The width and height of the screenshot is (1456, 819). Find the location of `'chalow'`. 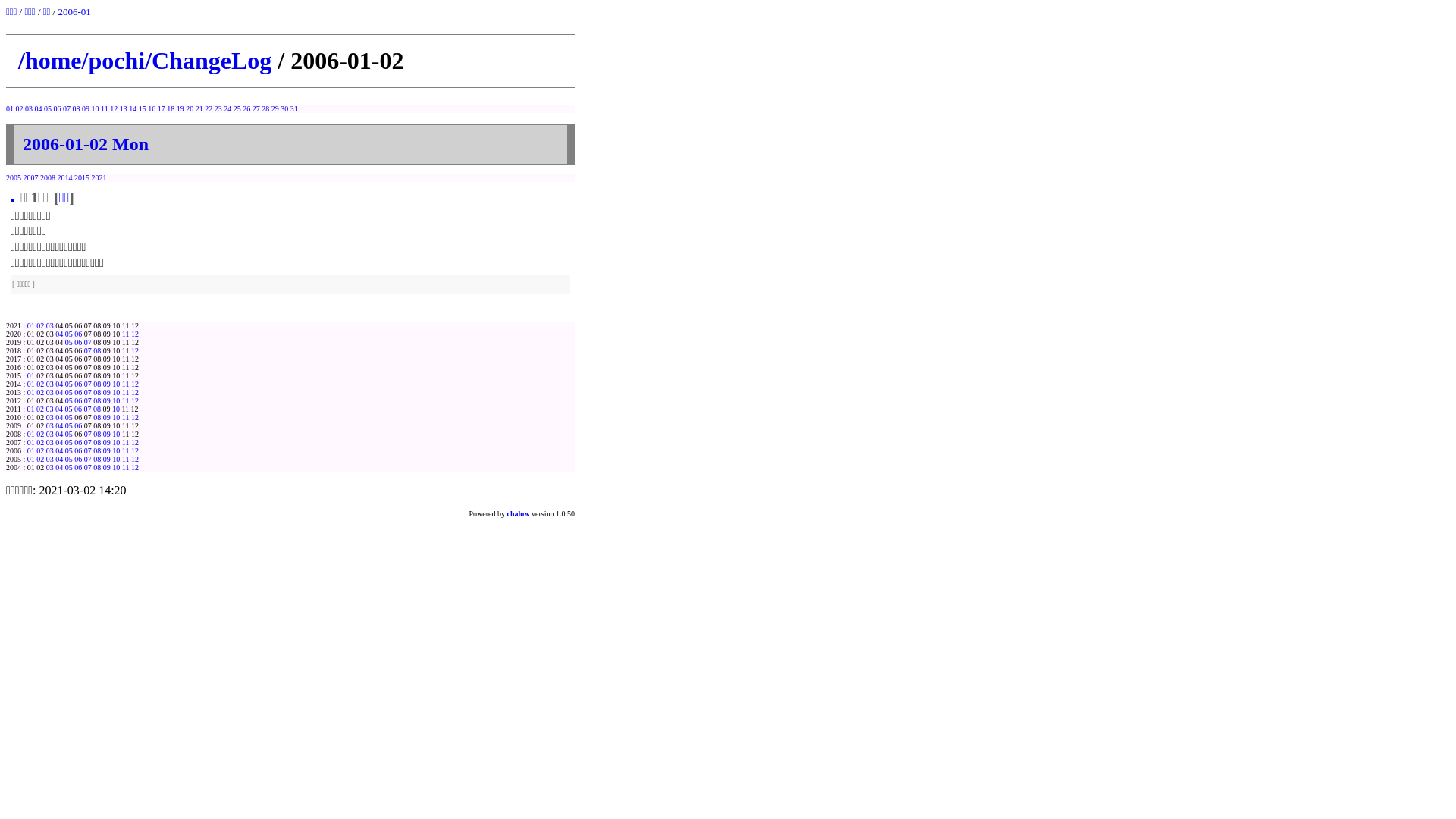

'chalow' is located at coordinates (519, 513).